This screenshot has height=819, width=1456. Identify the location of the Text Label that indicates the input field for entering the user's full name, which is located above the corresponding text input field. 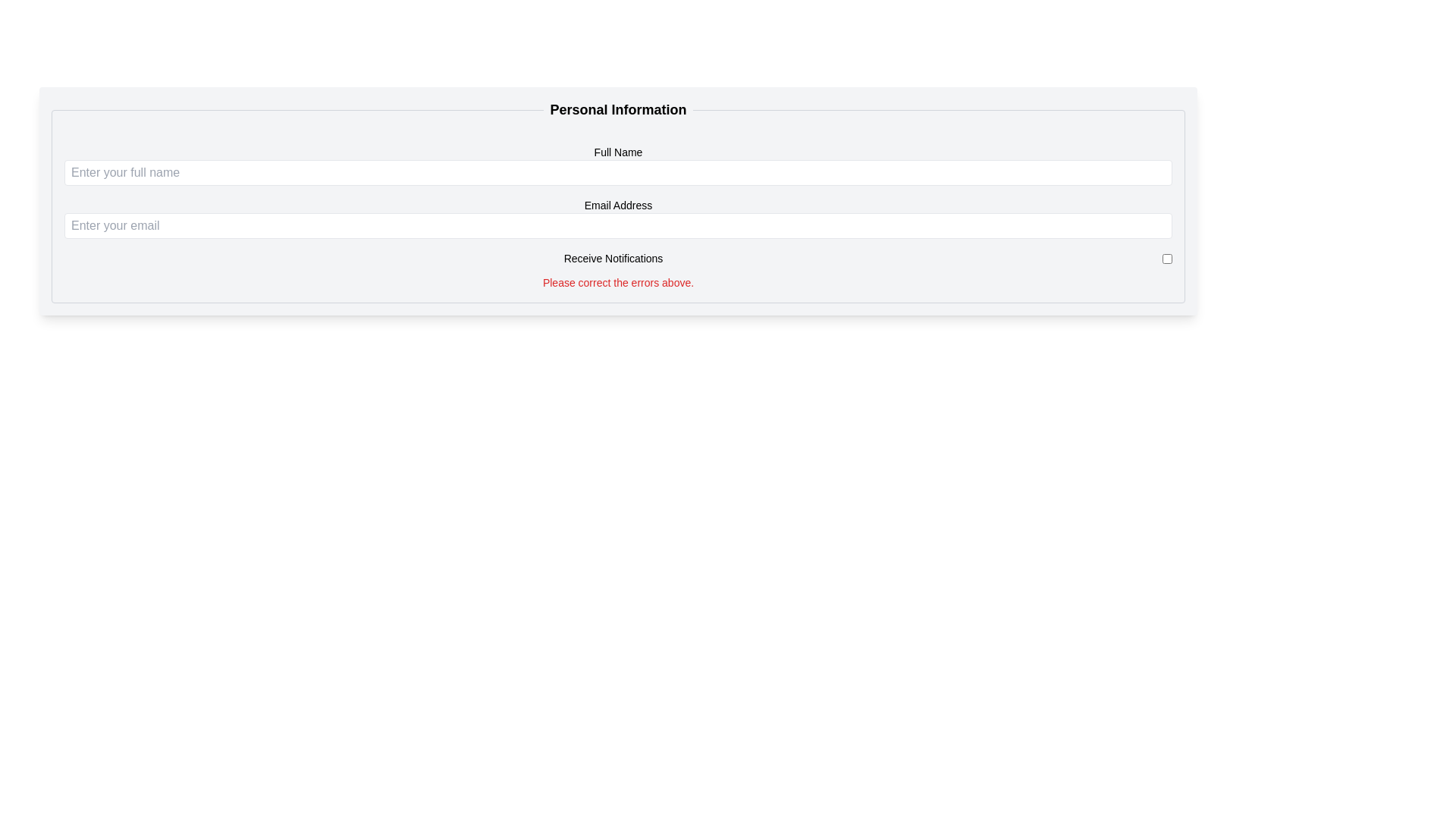
(618, 152).